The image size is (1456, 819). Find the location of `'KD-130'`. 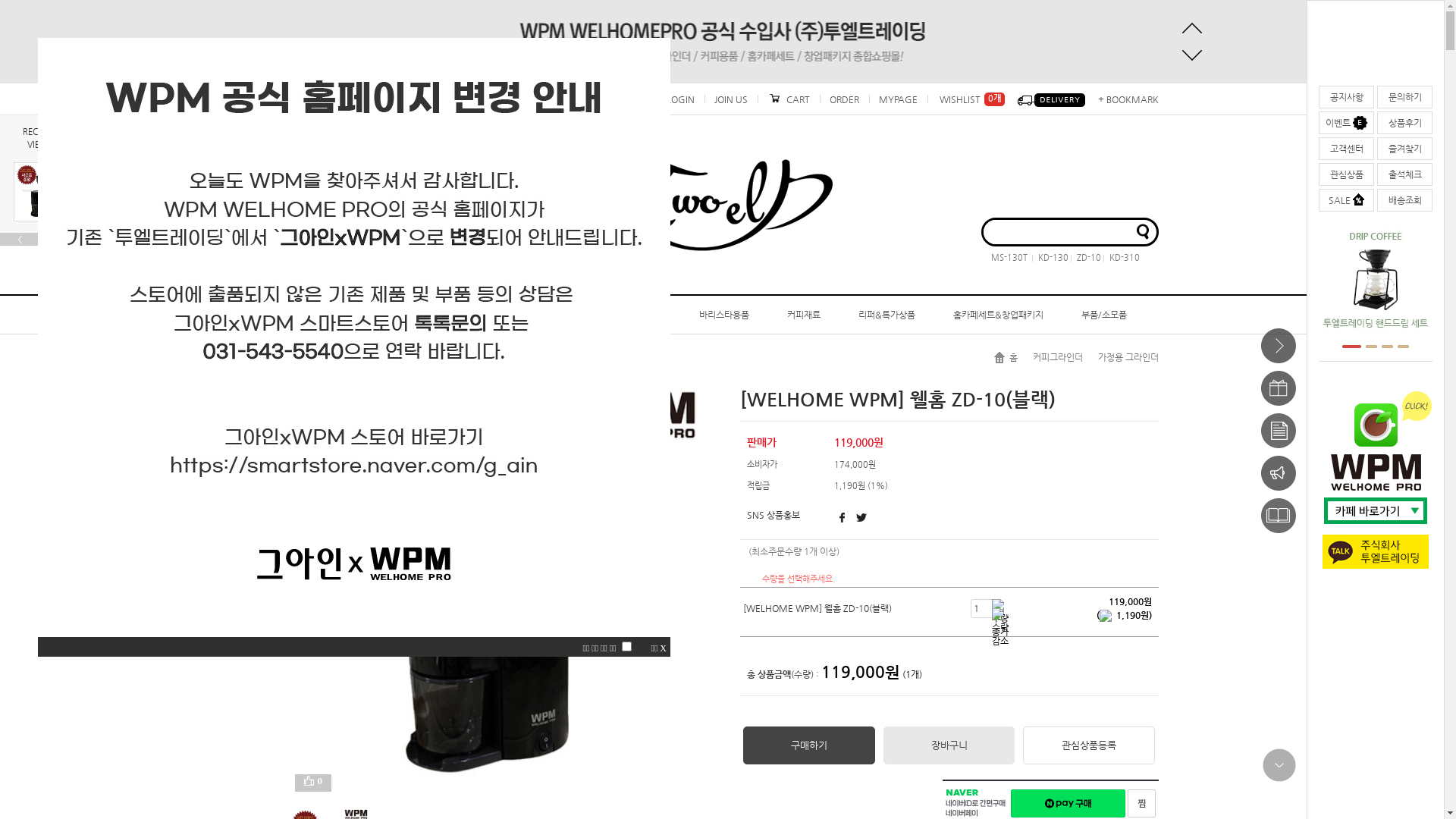

'KD-130' is located at coordinates (1048, 256).